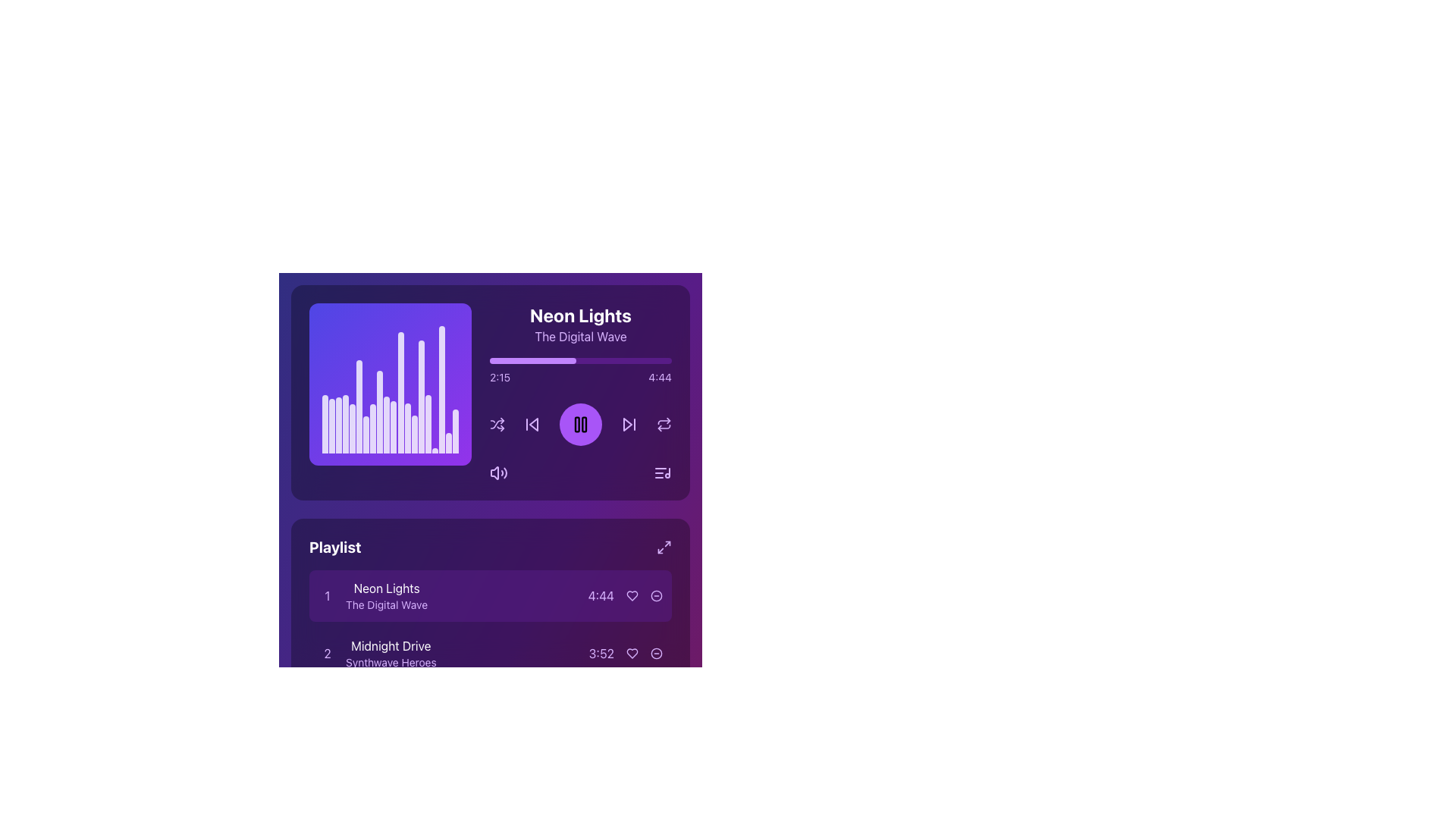  I want to click on the heart-shaped icon located in the second row of the playlist section, next to the track title 'Midnight Drive', so click(632, 652).